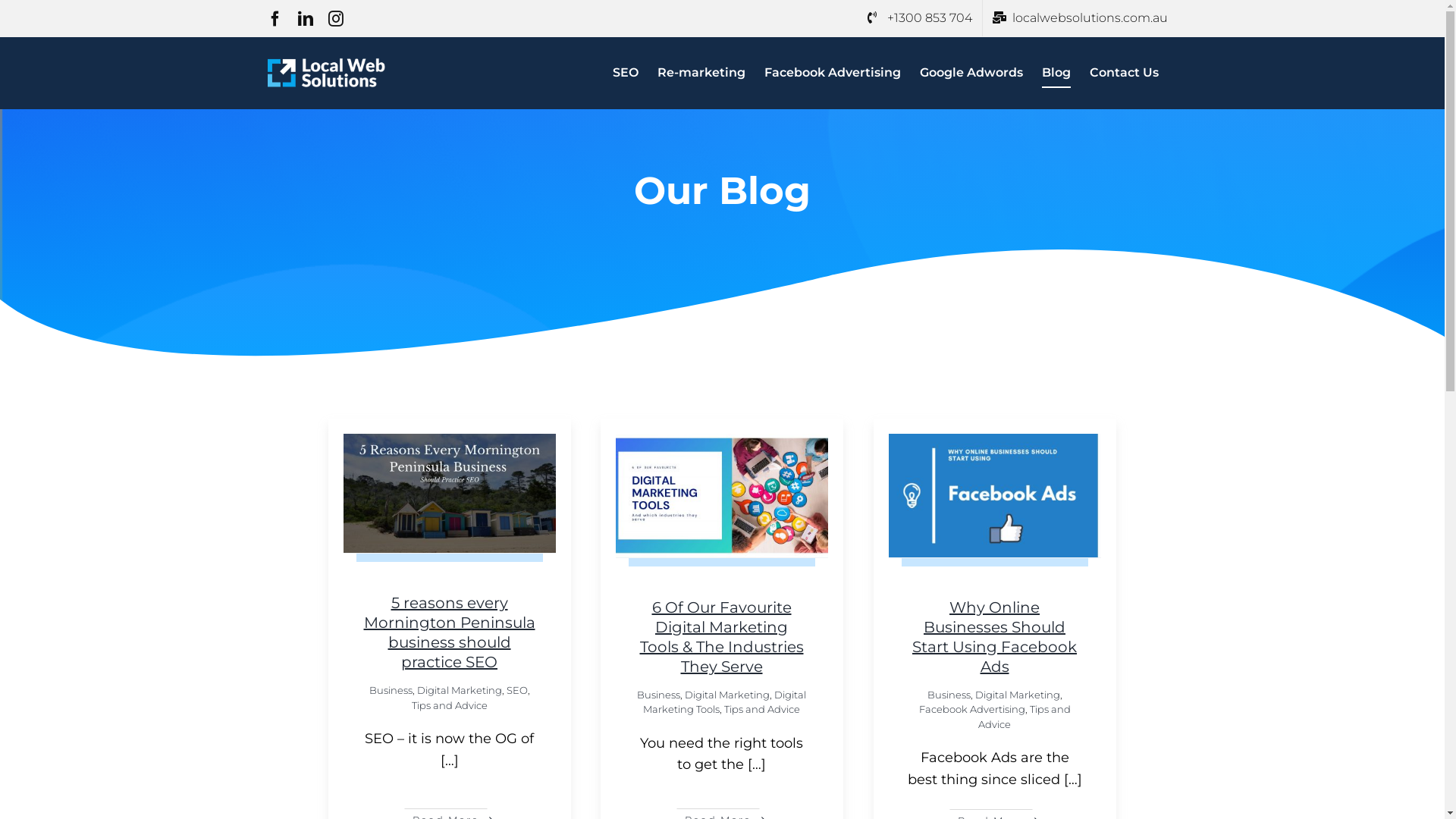 This screenshot has height=819, width=1456. Describe the element at coordinates (334, 18) in the screenshot. I see `'Instagram'` at that location.